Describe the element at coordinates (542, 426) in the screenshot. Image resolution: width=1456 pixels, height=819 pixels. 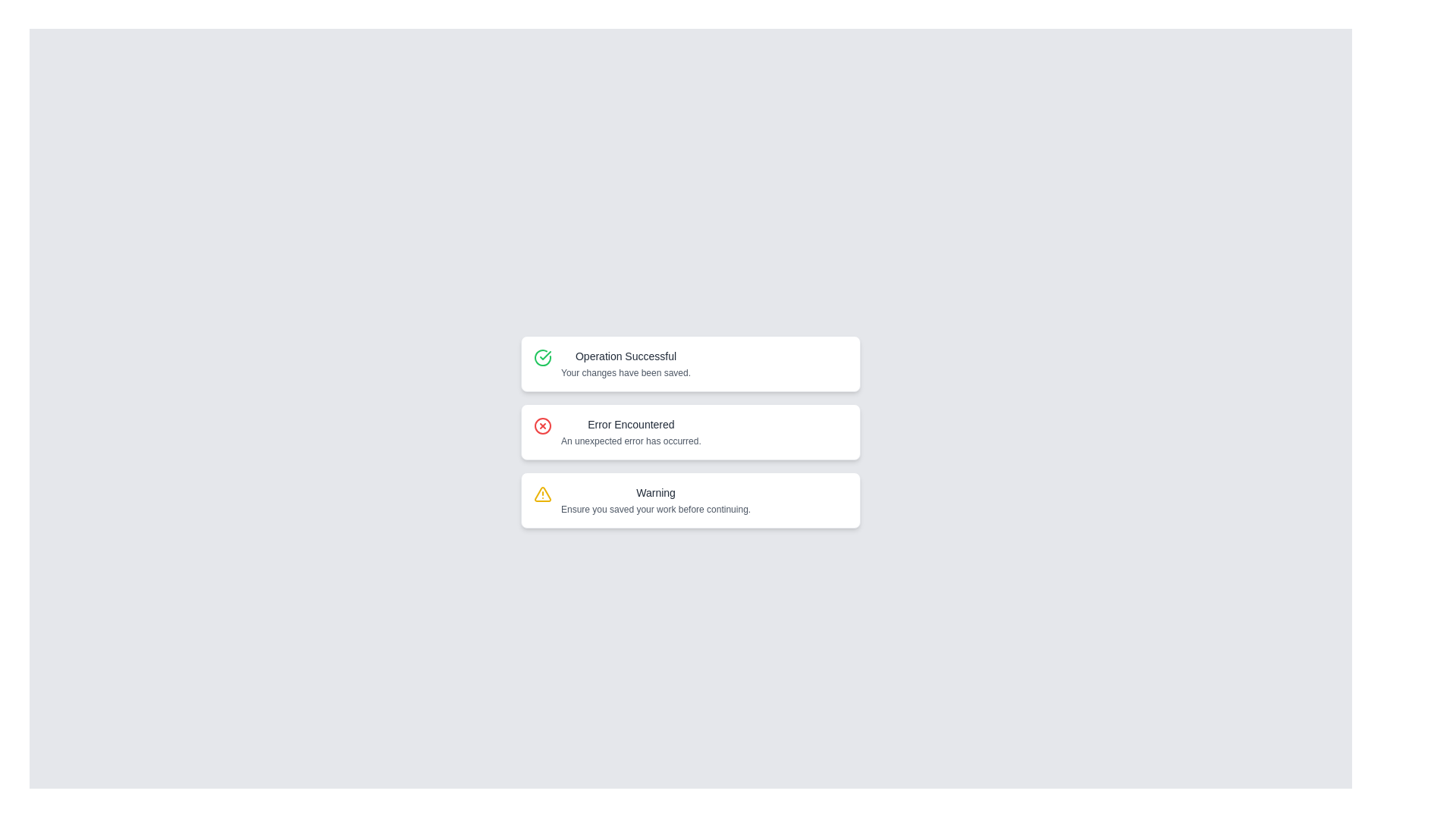
I see `the error icon located on the left side of the 'Error Encountered' notification area, which visually represents an alert` at that location.